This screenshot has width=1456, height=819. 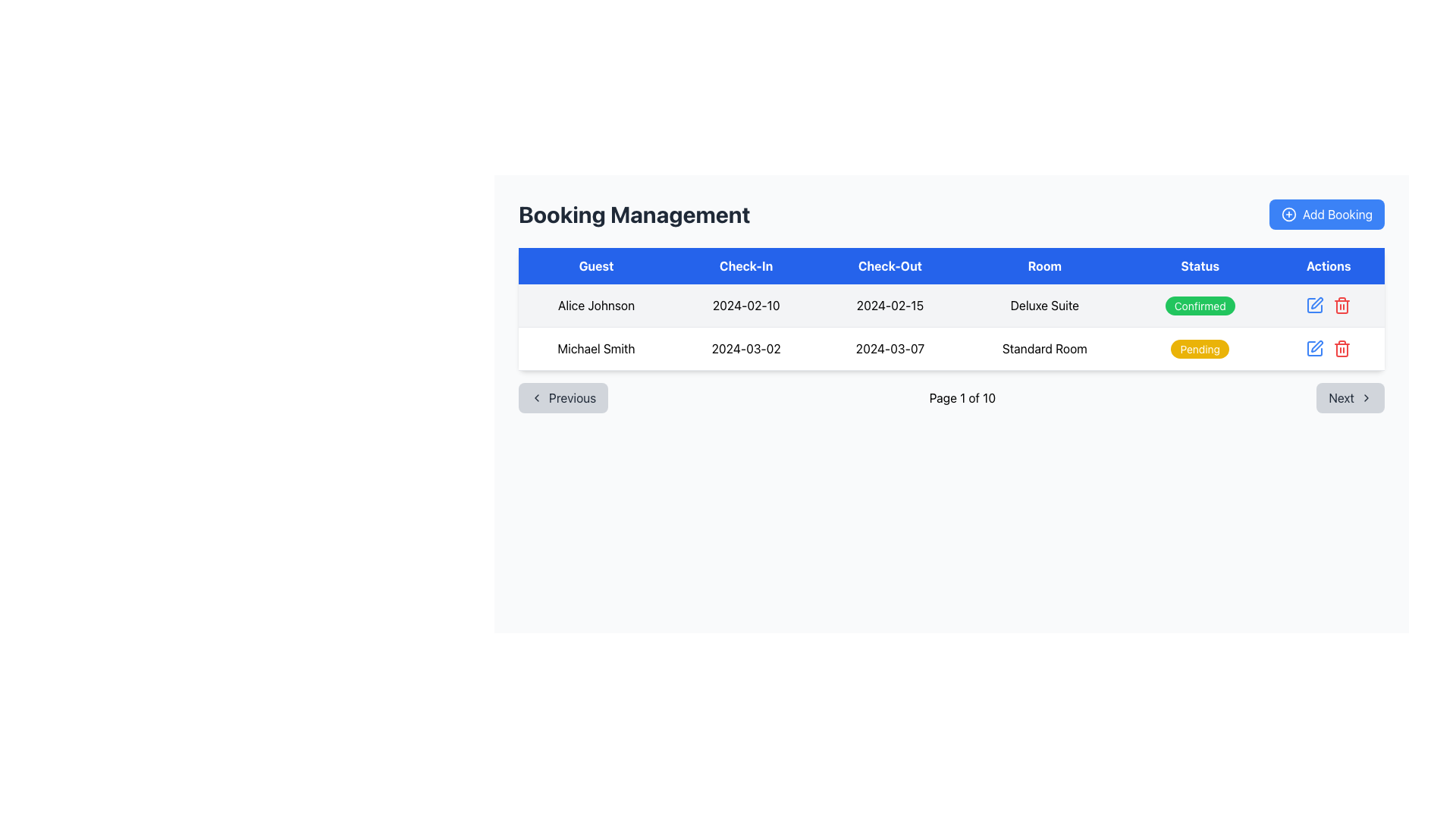 What do you see at coordinates (1328, 348) in the screenshot?
I see `the red delete icon (trash can) in the Interactive Toolbar` at bounding box center [1328, 348].